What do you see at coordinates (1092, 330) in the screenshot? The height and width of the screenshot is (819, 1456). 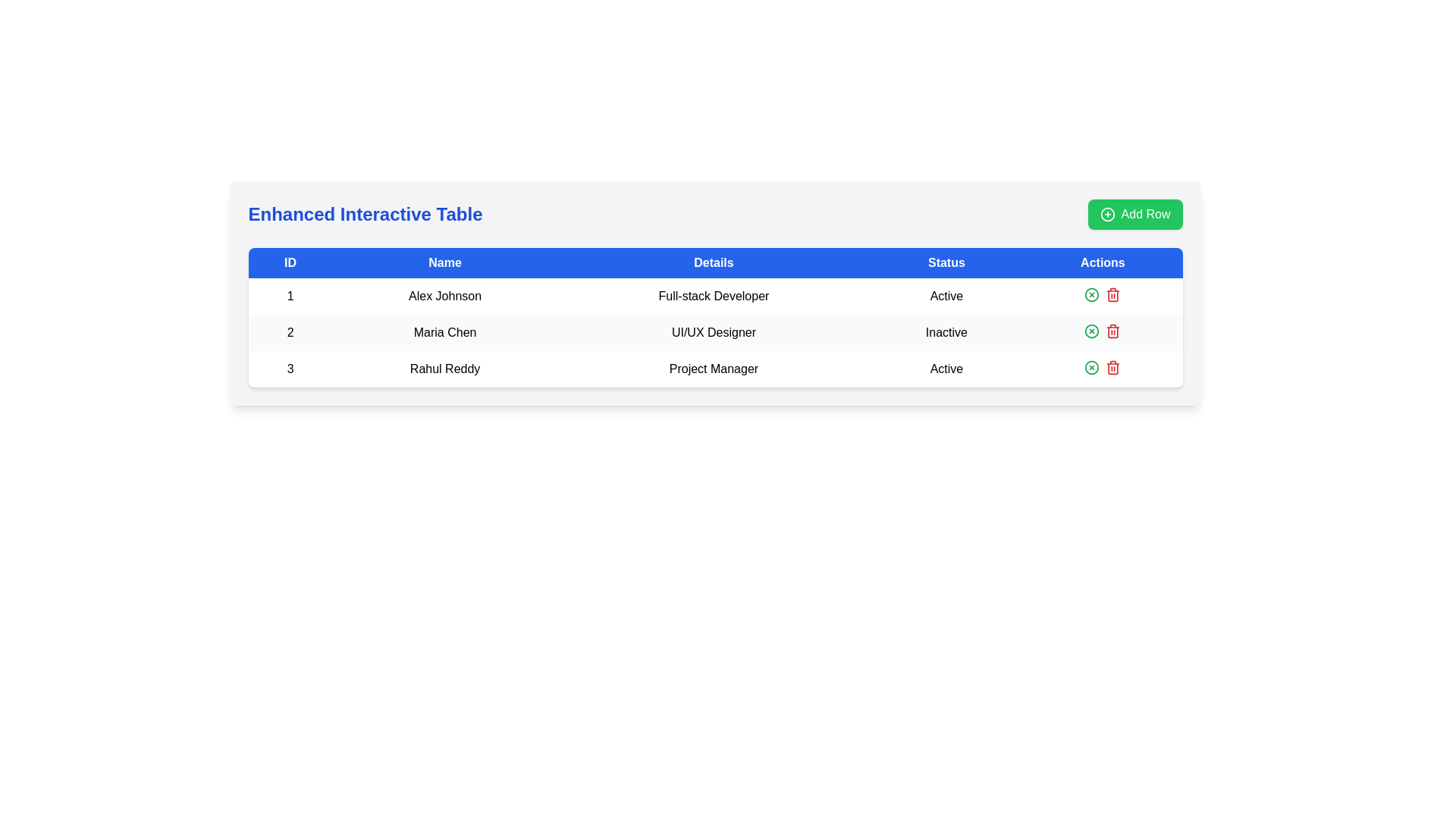 I see `the circular graphical element representing the cancel action` at bounding box center [1092, 330].